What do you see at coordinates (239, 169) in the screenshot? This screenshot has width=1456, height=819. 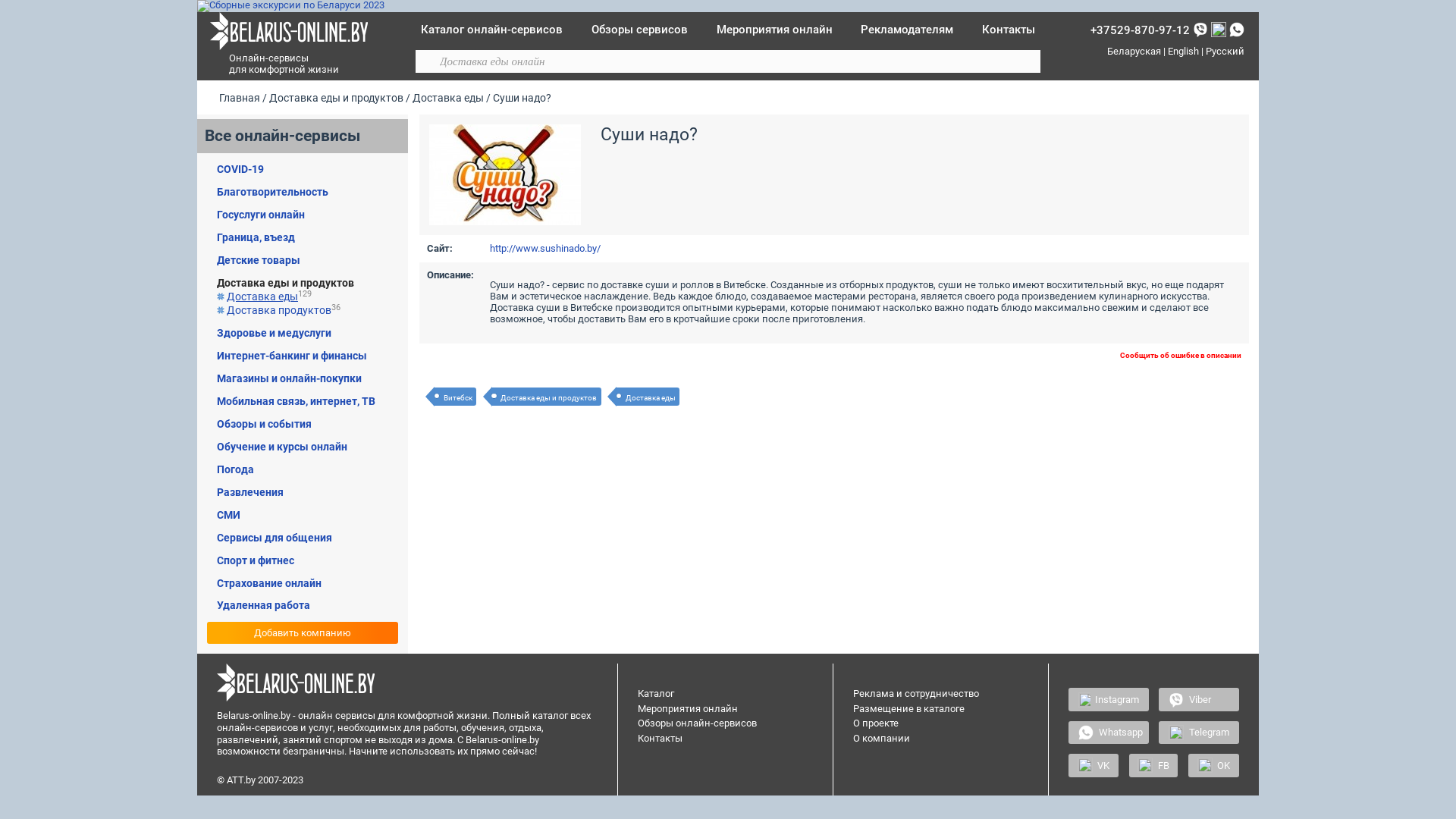 I see `'COVID-19'` at bounding box center [239, 169].